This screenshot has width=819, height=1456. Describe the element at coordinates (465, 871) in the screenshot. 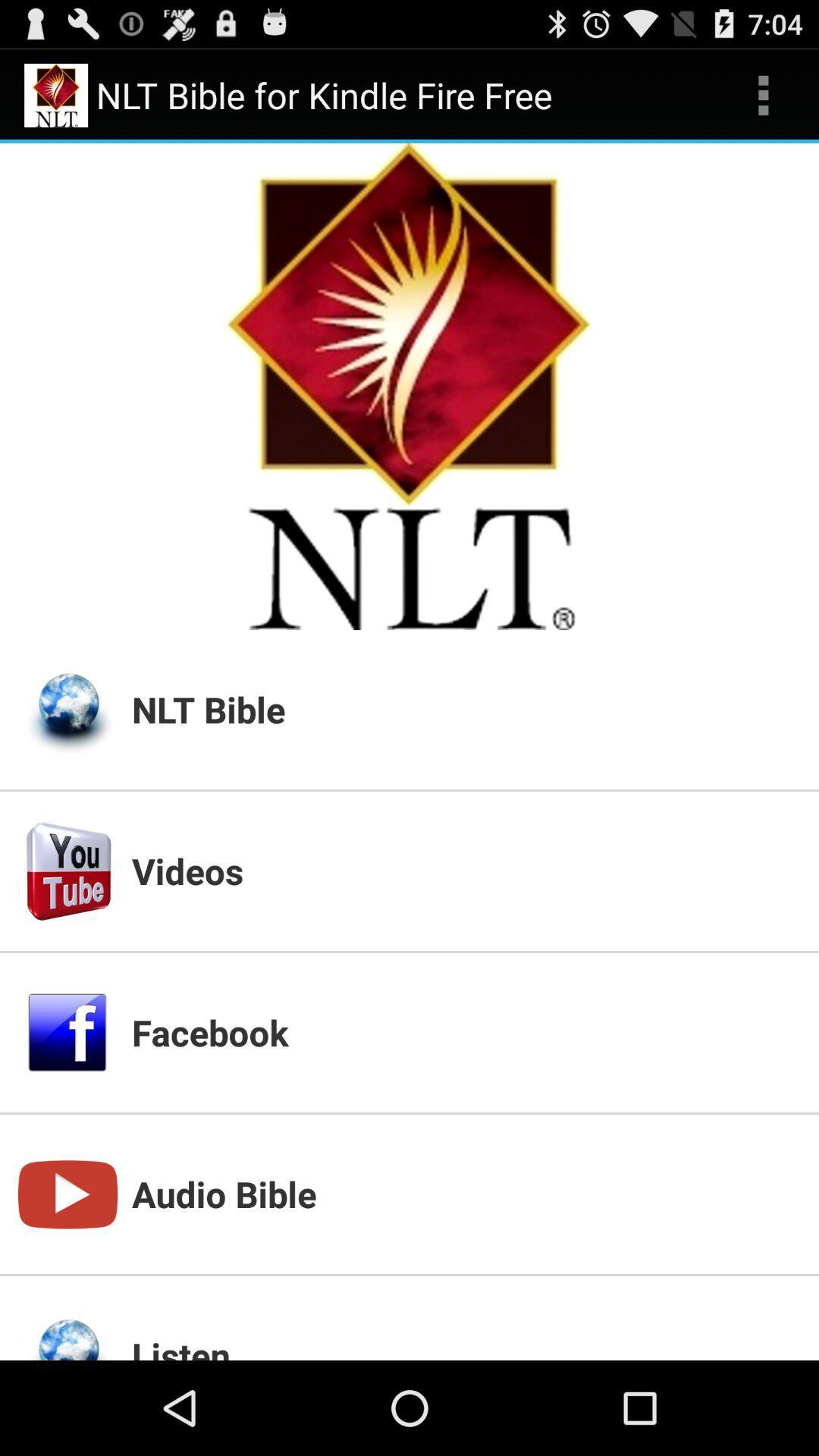

I see `icon below the nlt bible` at that location.